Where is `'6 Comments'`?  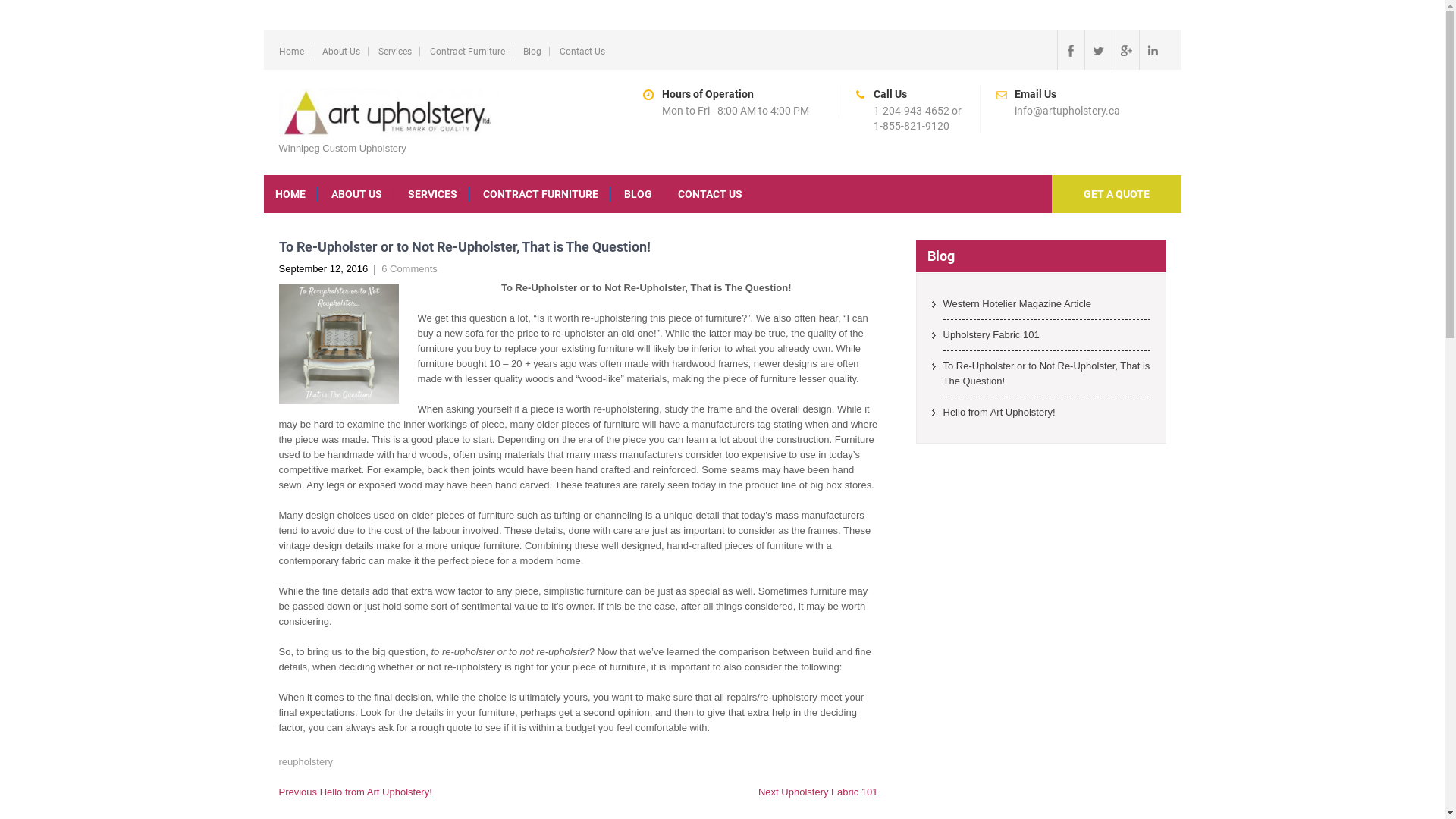
'6 Comments' is located at coordinates (409, 268).